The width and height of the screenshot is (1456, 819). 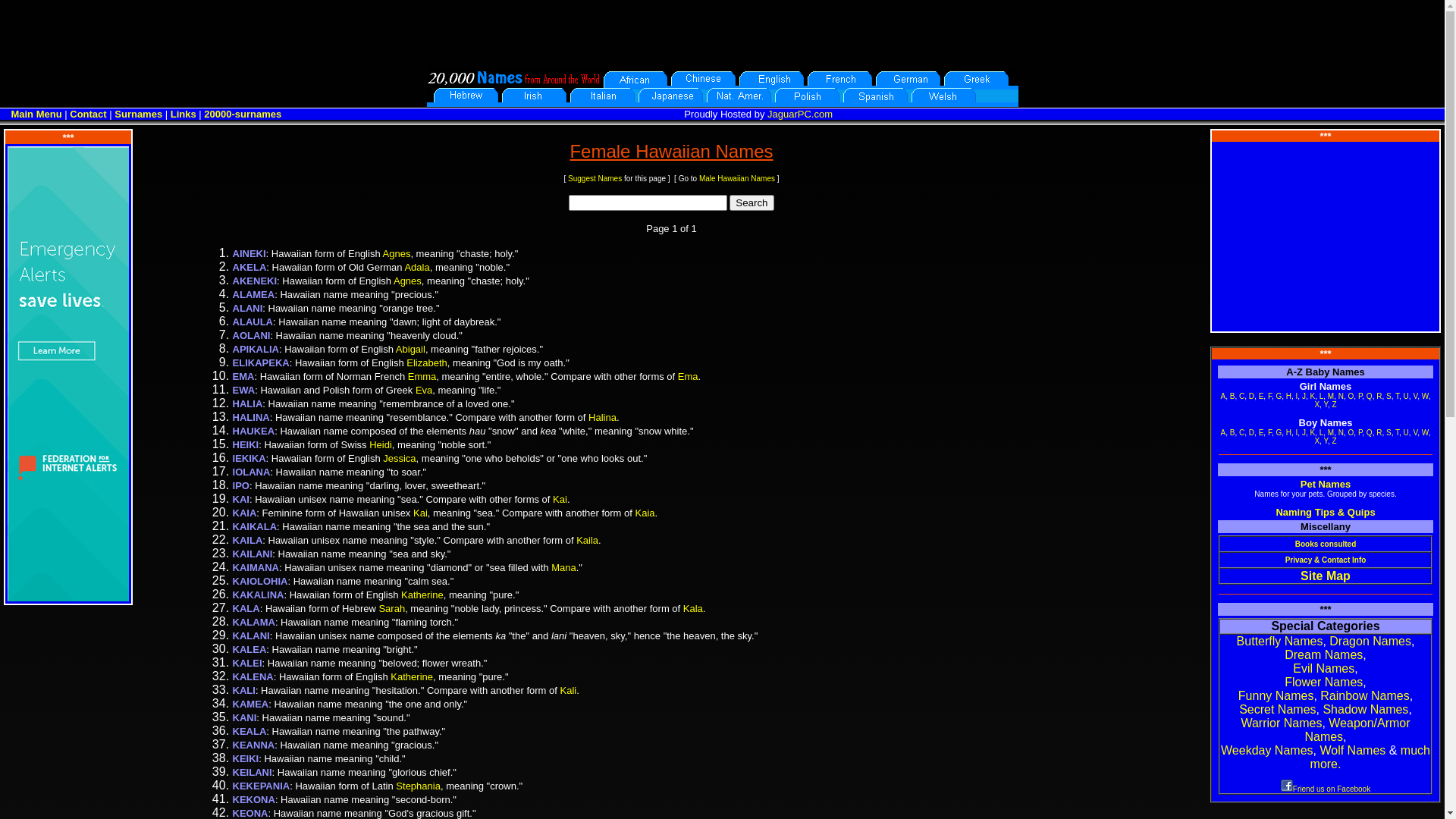 What do you see at coordinates (1364, 695) in the screenshot?
I see `'Rainbow Names'` at bounding box center [1364, 695].